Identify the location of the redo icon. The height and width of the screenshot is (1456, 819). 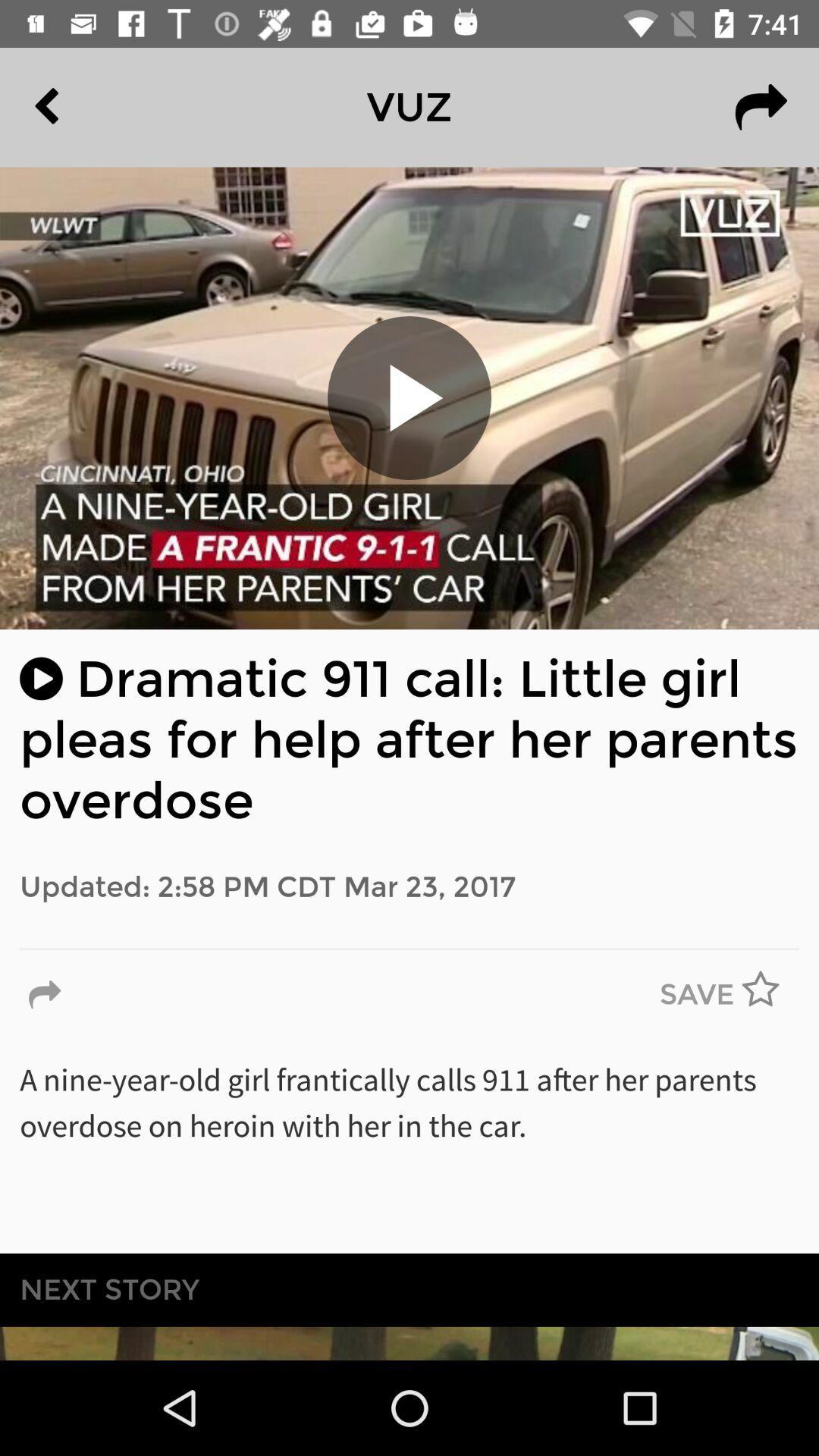
(761, 106).